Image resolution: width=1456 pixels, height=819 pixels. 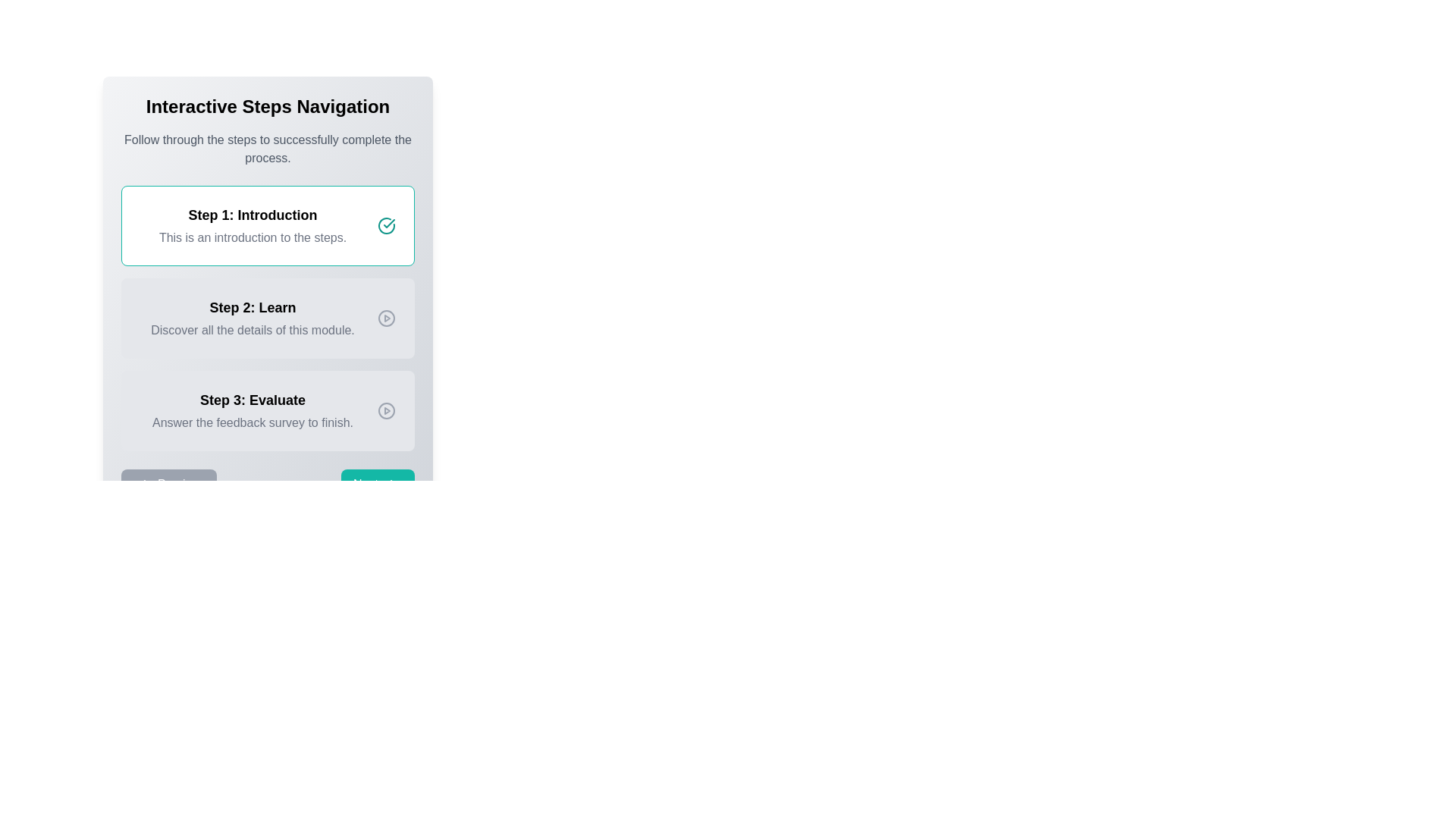 I want to click on the leftwards pointing chevron icon within the 'Previous' button located at the bottom-left part of the interface, so click(x=142, y=485).